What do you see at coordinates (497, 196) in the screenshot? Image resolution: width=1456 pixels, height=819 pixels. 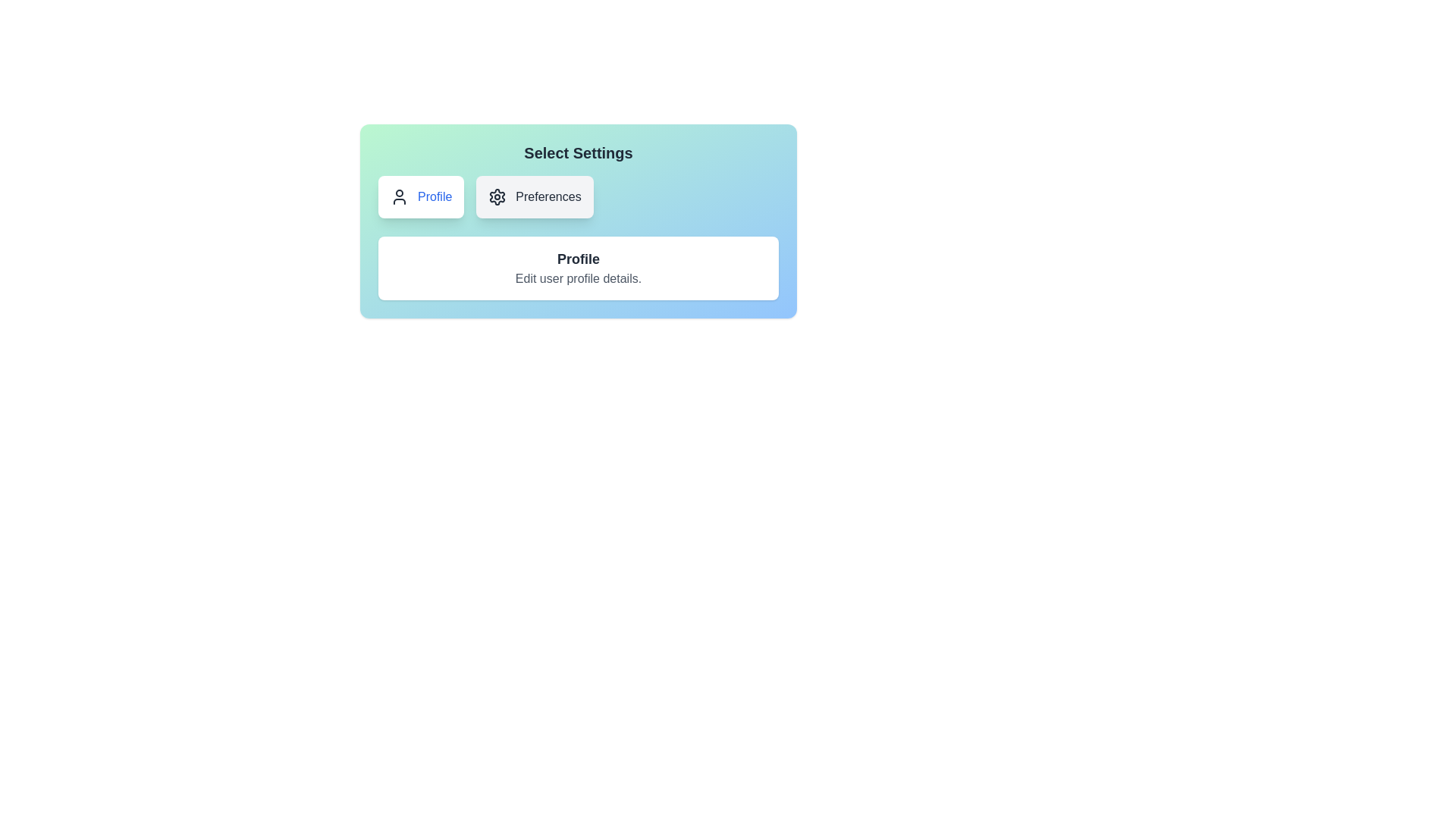 I see `the 'Preferences' icon` at bounding box center [497, 196].